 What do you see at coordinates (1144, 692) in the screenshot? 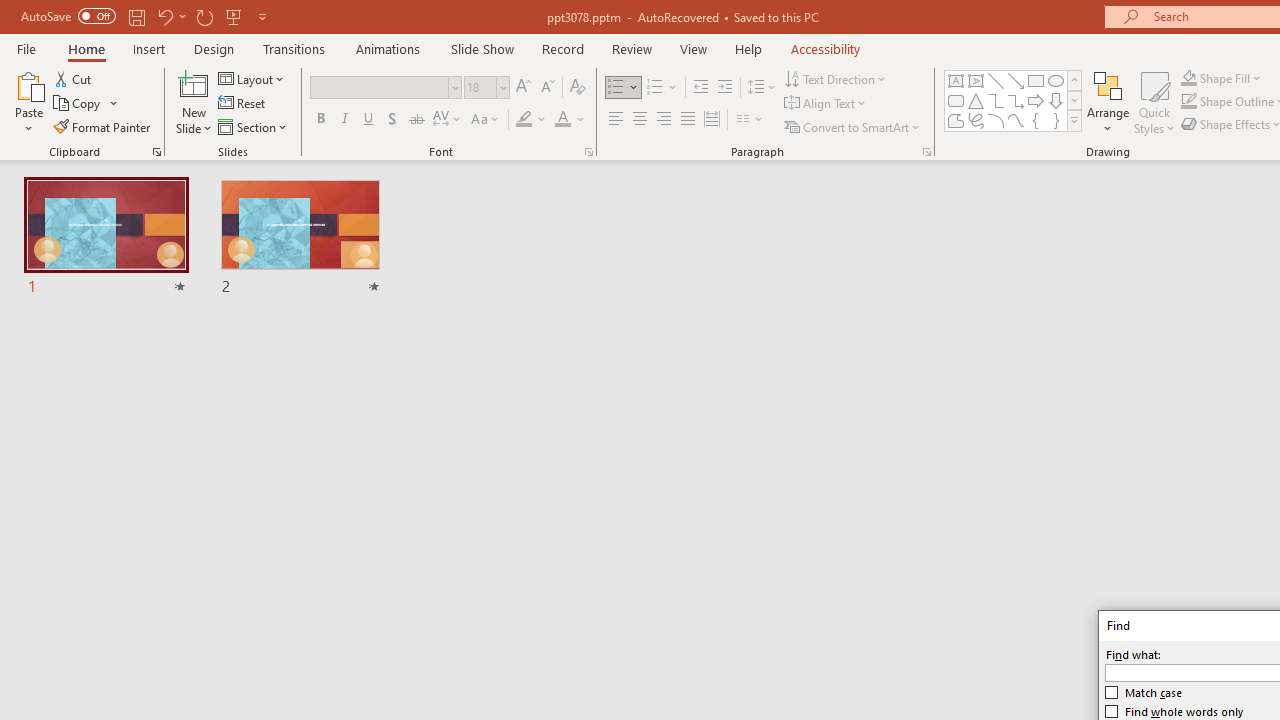
I see `'Match case'` at bounding box center [1144, 692].